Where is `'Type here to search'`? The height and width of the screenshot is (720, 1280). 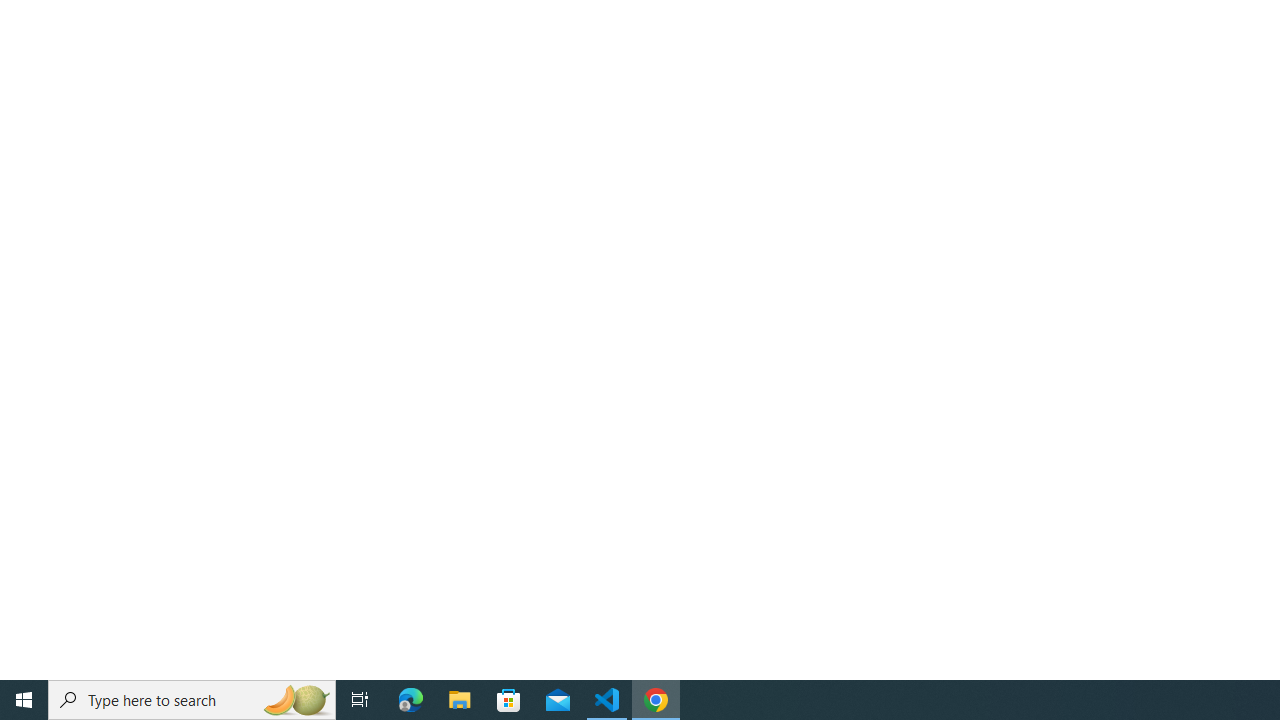
'Type here to search' is located at coordinates (192, 698).